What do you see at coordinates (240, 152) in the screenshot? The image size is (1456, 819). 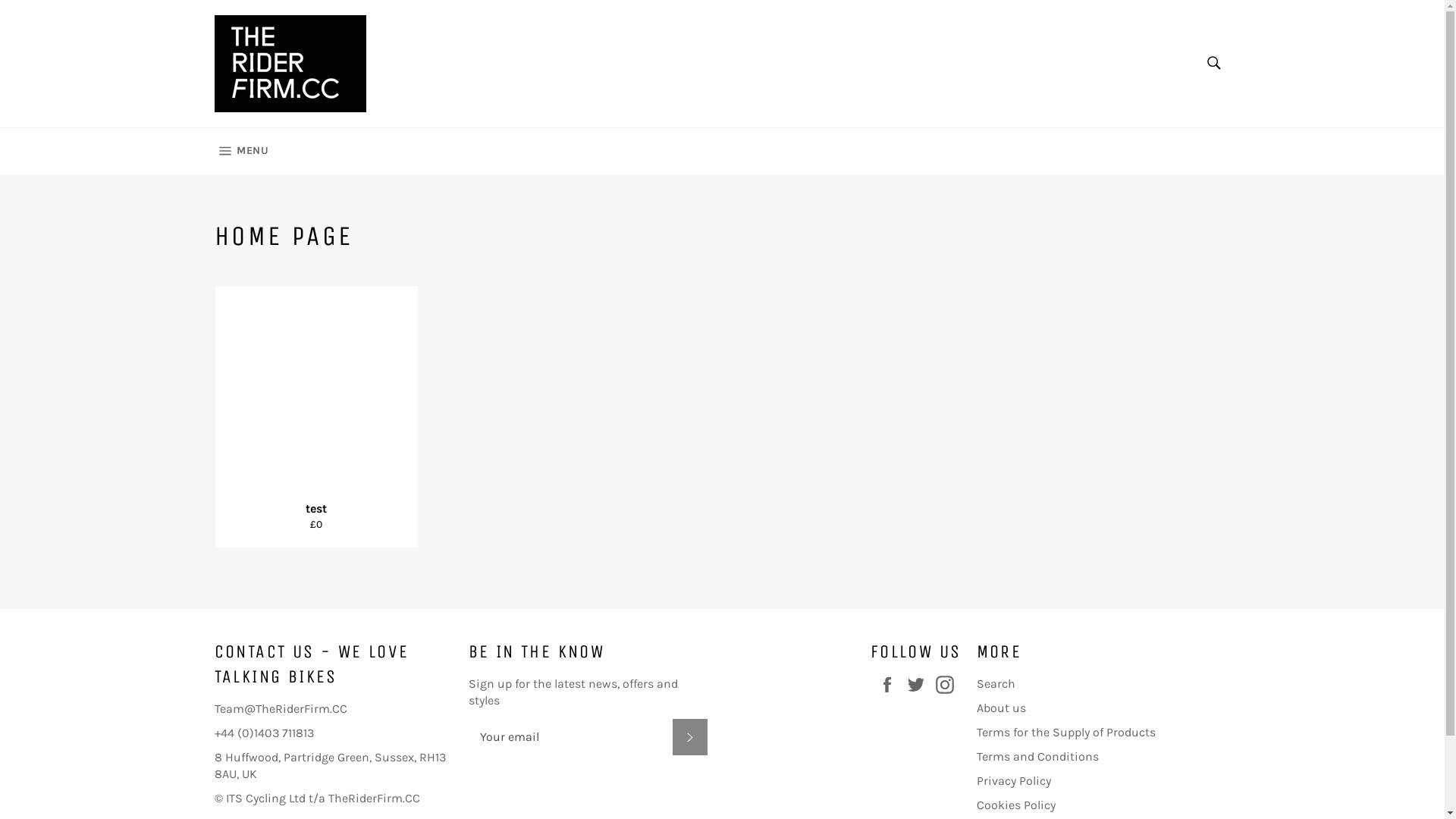 I see `'MENU` at bounding box center [240, 152].